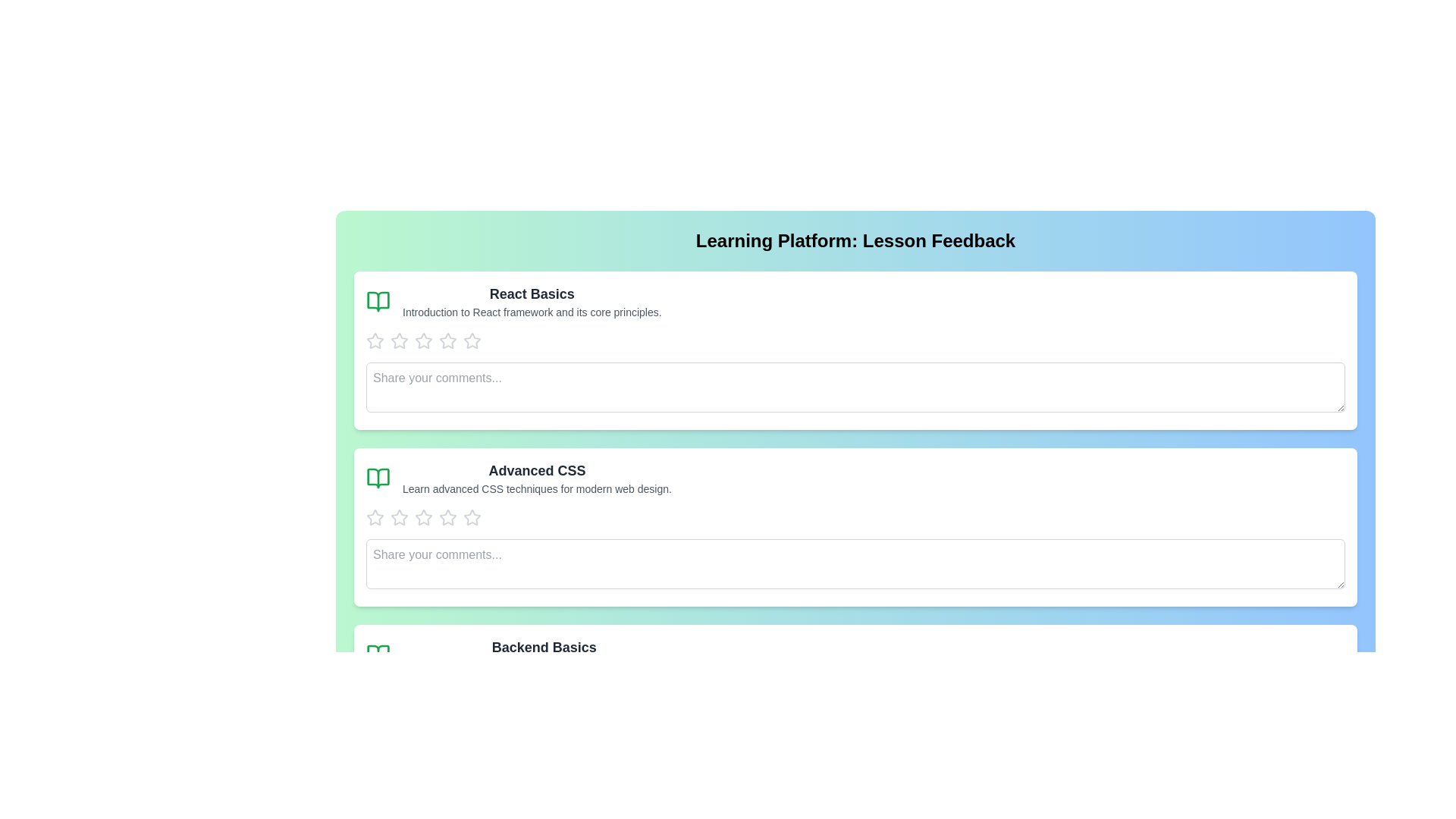 This screenshot has height=819, width=1456. Describe the element at coordinates (472, 516) in the screenshot. I see `the fourth star icon in the rating bar under the 'Advanced CSS' course card` at that location.